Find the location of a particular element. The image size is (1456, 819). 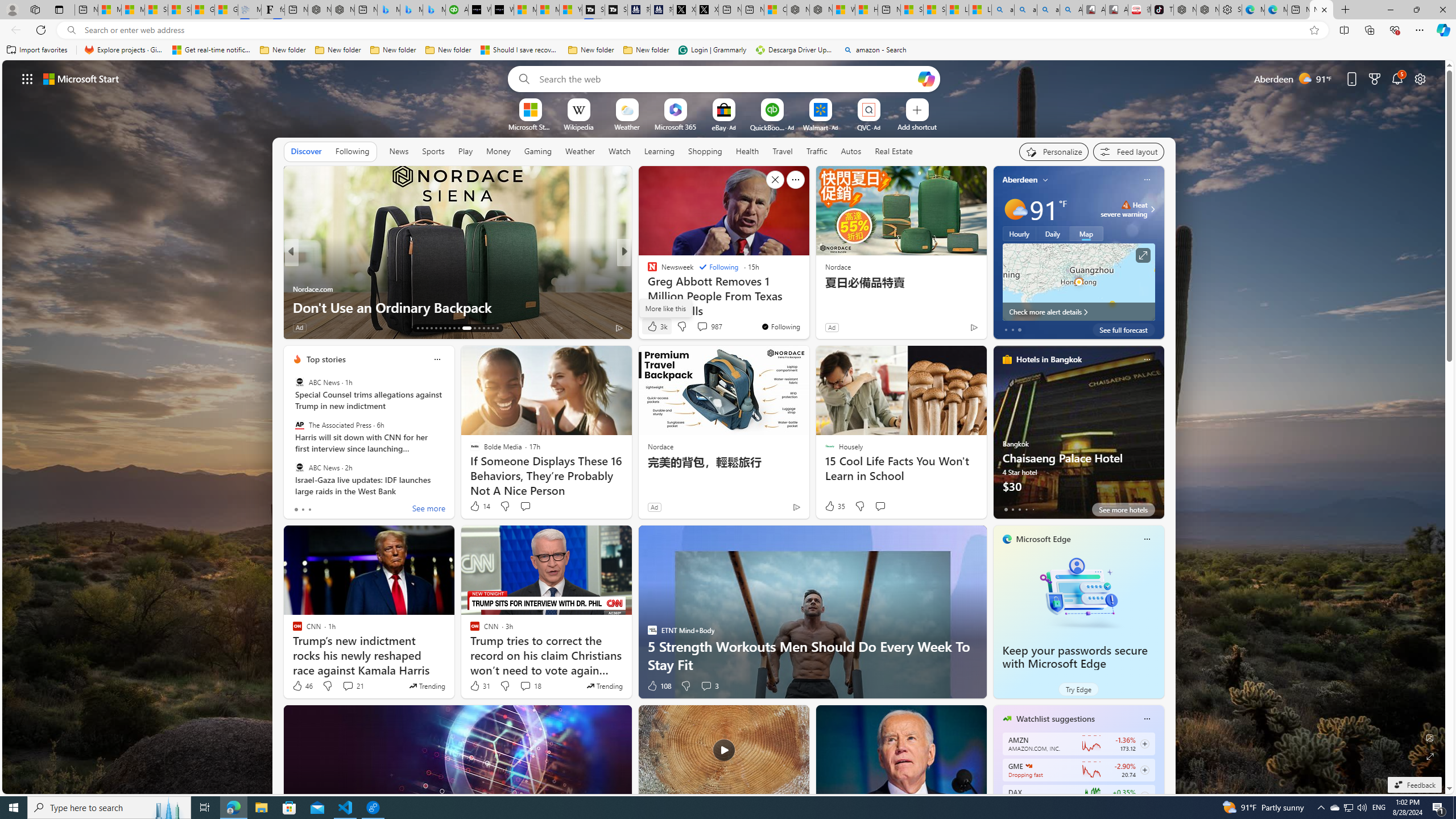

'POLITICO' is located at coordinates (647, 270).